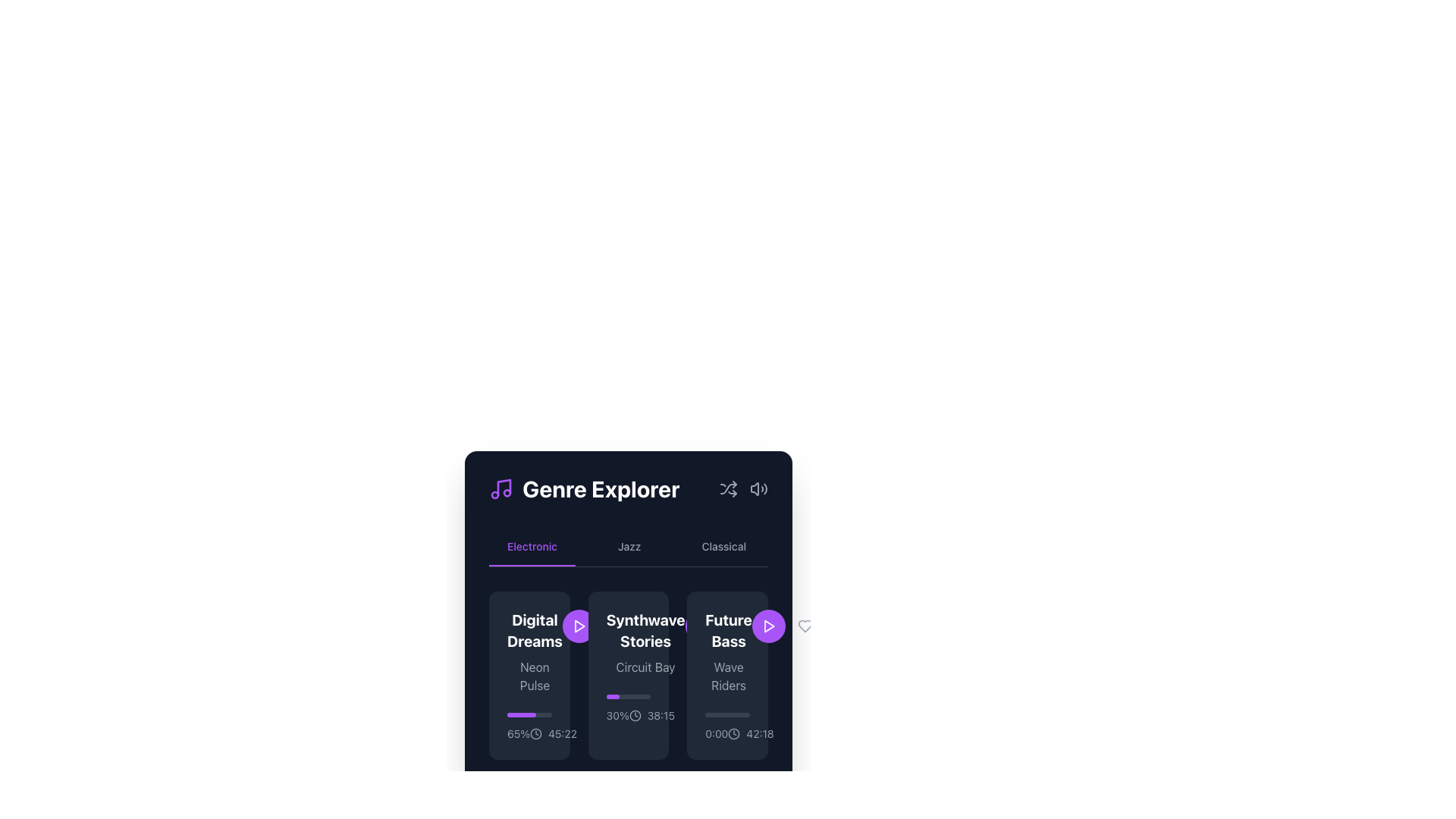 The height and width of the screenshot is (819, 1456). Describe the element at coordinates (629, 488) in the screenshot. I see `the 'Genre Explorer' title section with the musical note icon and shuffle and sound icons` at that location.